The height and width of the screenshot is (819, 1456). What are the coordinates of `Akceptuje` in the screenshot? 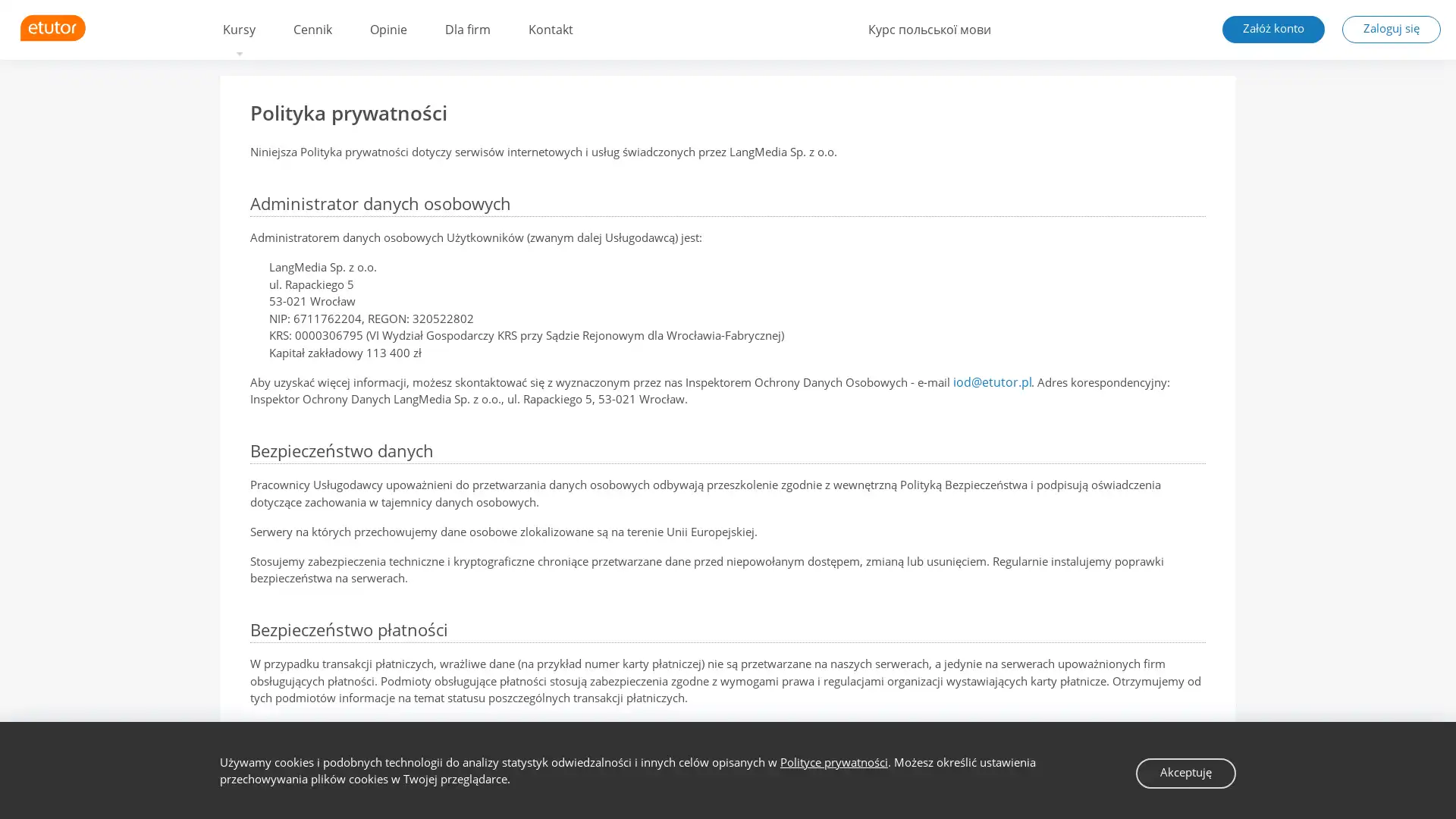 It's located at (1187, 772).